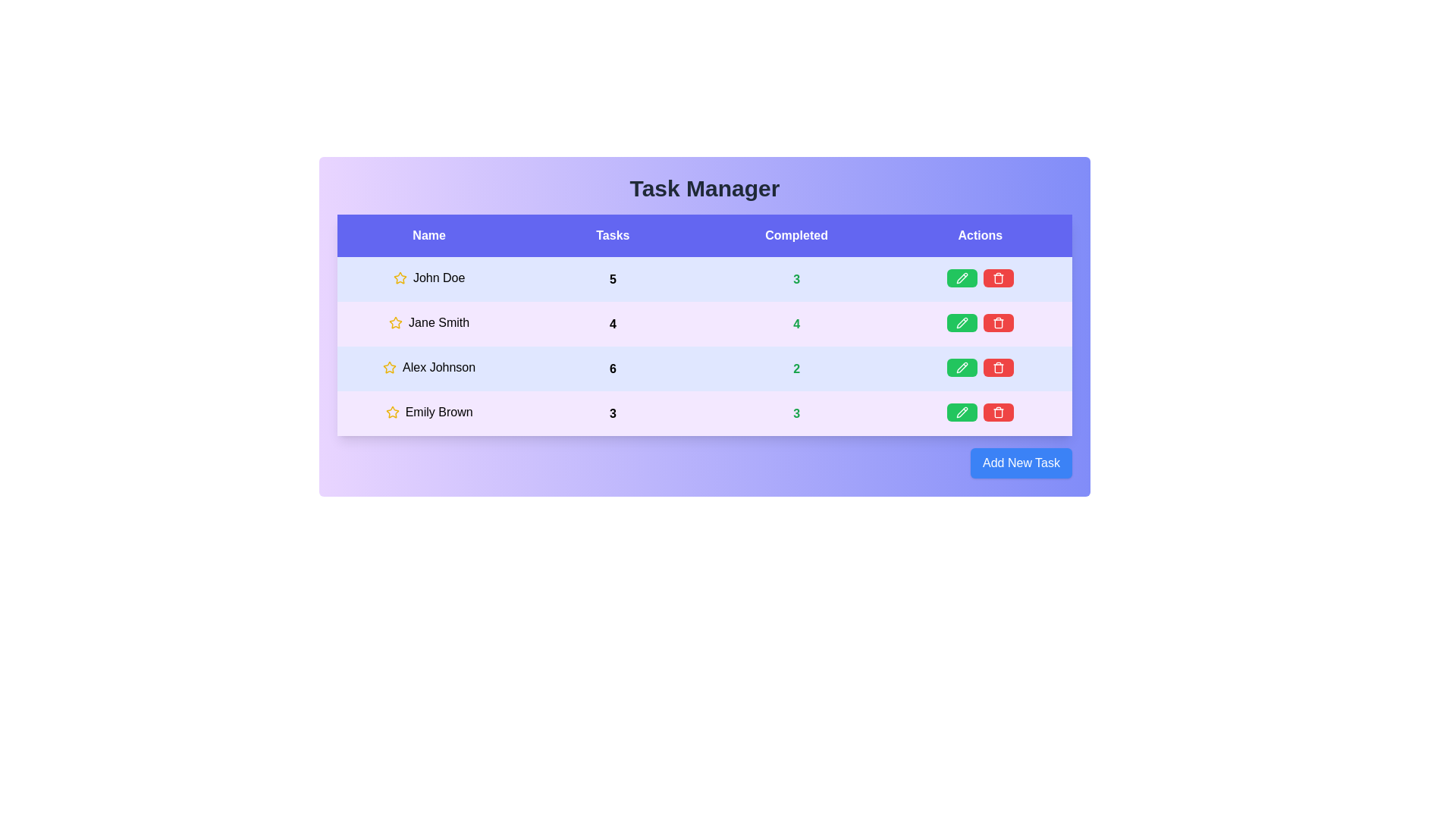 This screenshot has height=819, width=1456. I want to click on the text in the Name column for copying, so click(428, 236).